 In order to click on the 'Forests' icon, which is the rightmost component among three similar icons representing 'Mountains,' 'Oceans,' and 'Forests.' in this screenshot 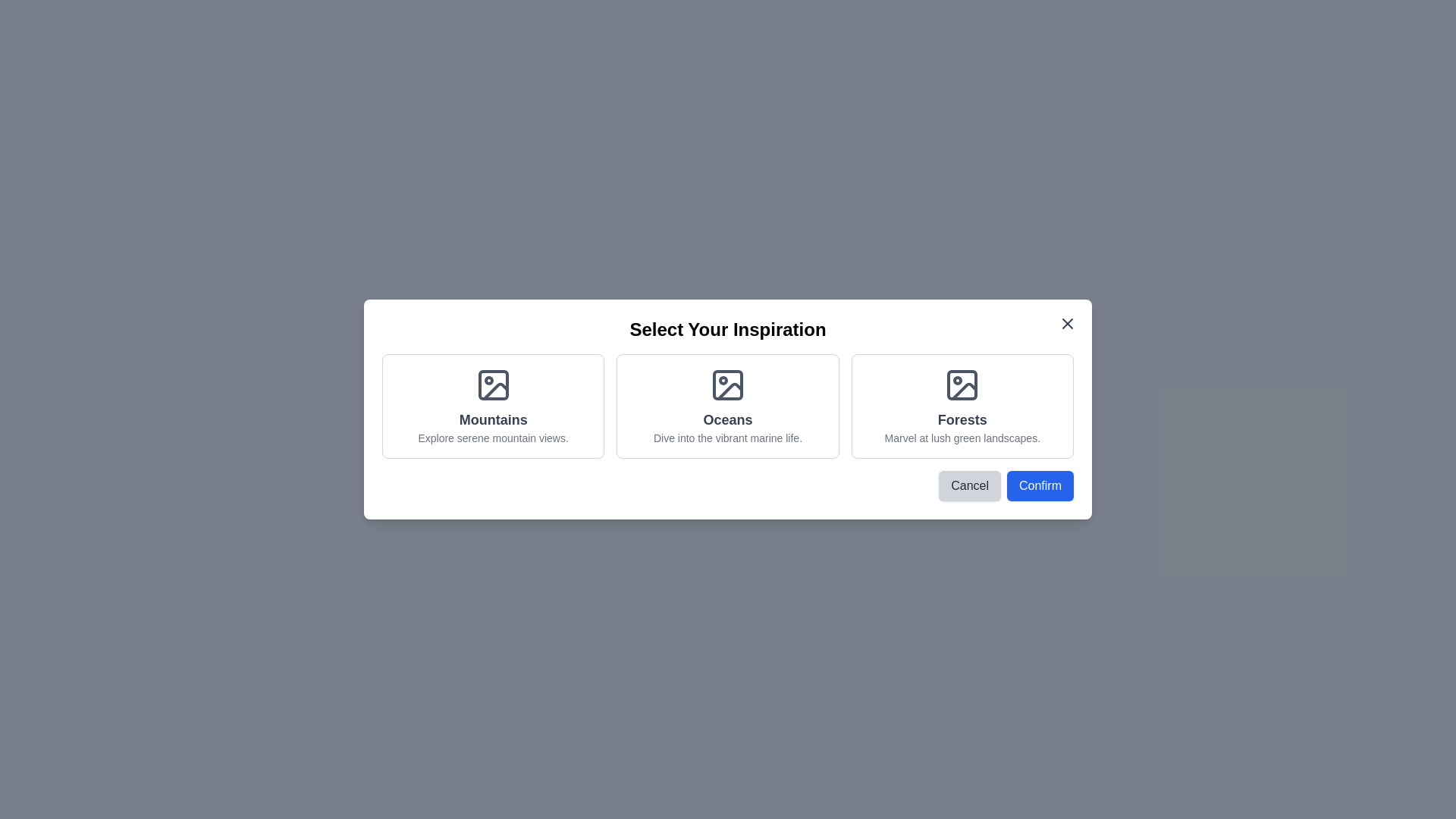, I will do `click(962, 384)`.